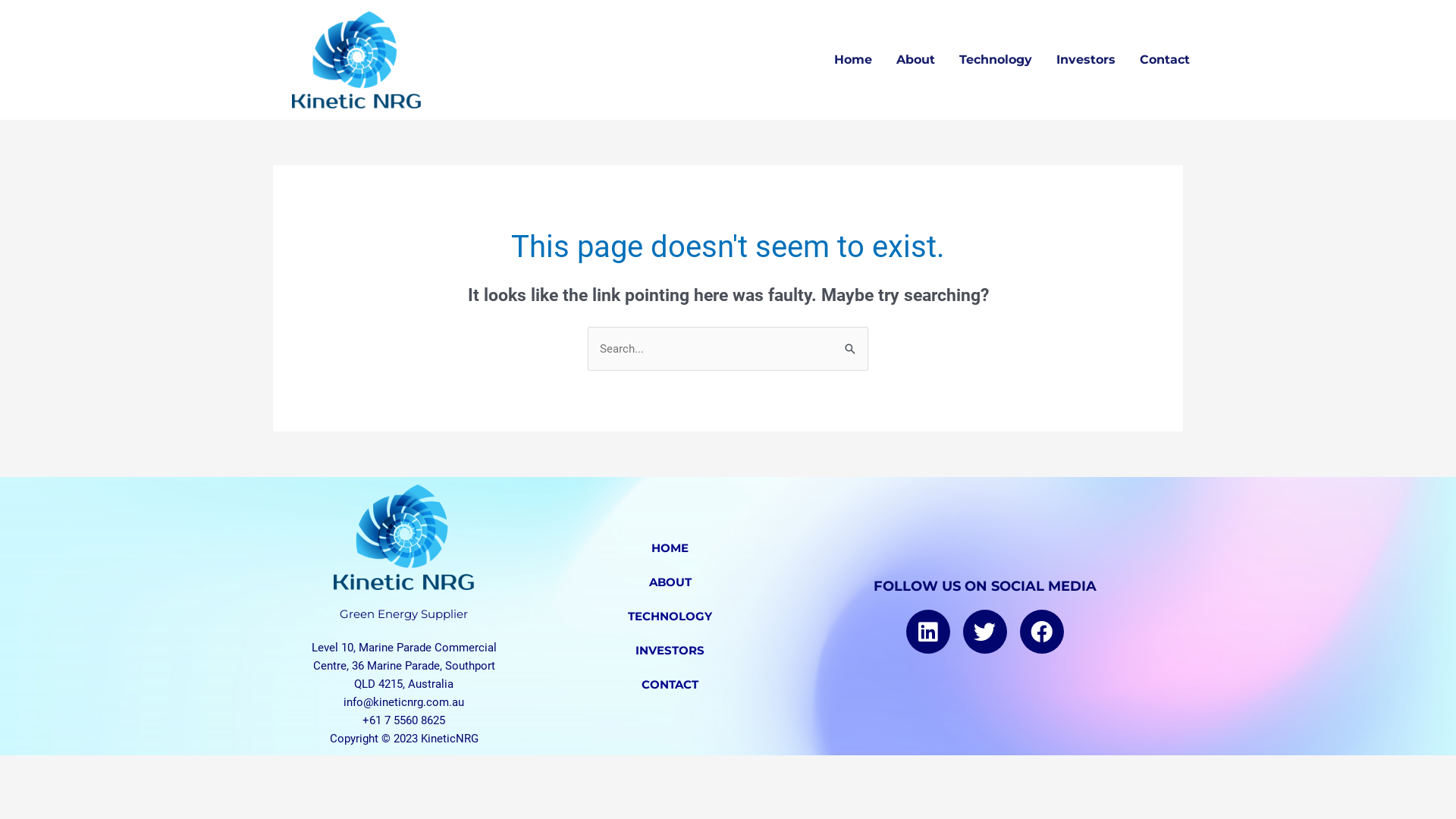 The image size is (1456, 819). Describe the element at coordinates (906, 632) in the screenshot. I see `'Linkedin'` at that location.